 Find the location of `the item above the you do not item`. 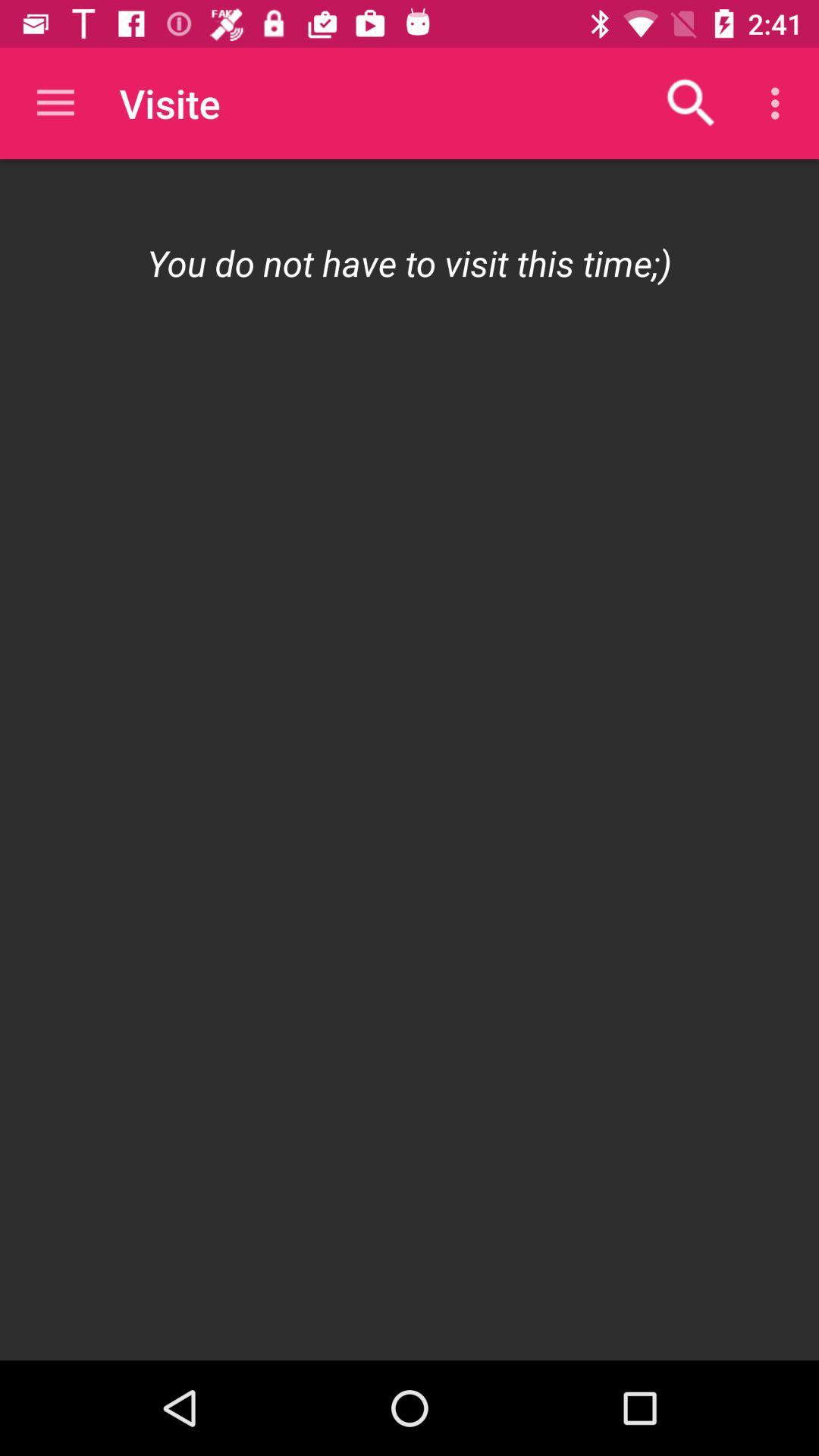

the item above the you do not item is located at coordinates (55, 102).